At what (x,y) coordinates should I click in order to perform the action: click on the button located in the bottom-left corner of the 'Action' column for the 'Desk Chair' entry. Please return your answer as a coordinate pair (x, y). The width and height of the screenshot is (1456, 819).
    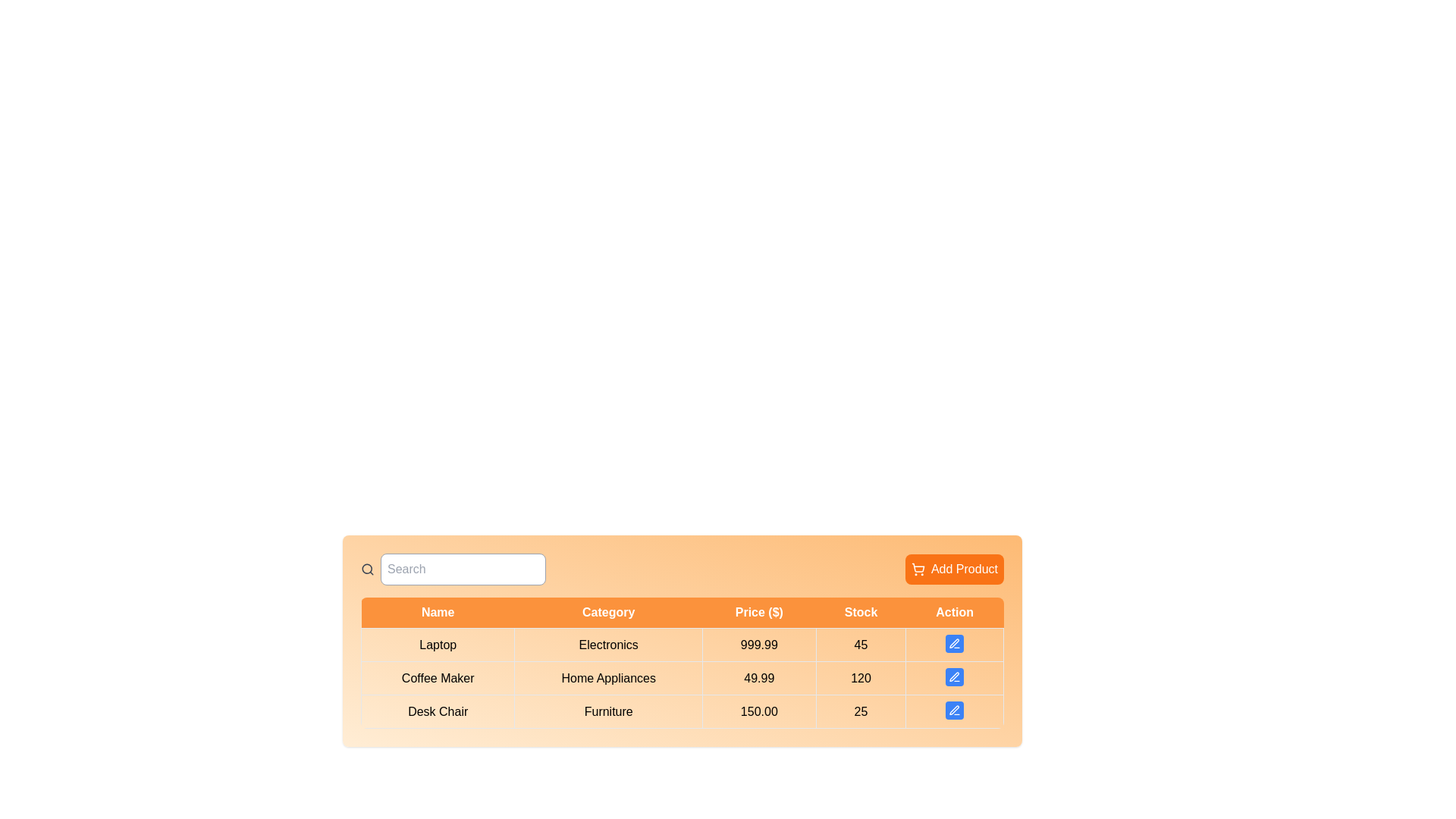
    Looking at the image, I should click on (953, 710).